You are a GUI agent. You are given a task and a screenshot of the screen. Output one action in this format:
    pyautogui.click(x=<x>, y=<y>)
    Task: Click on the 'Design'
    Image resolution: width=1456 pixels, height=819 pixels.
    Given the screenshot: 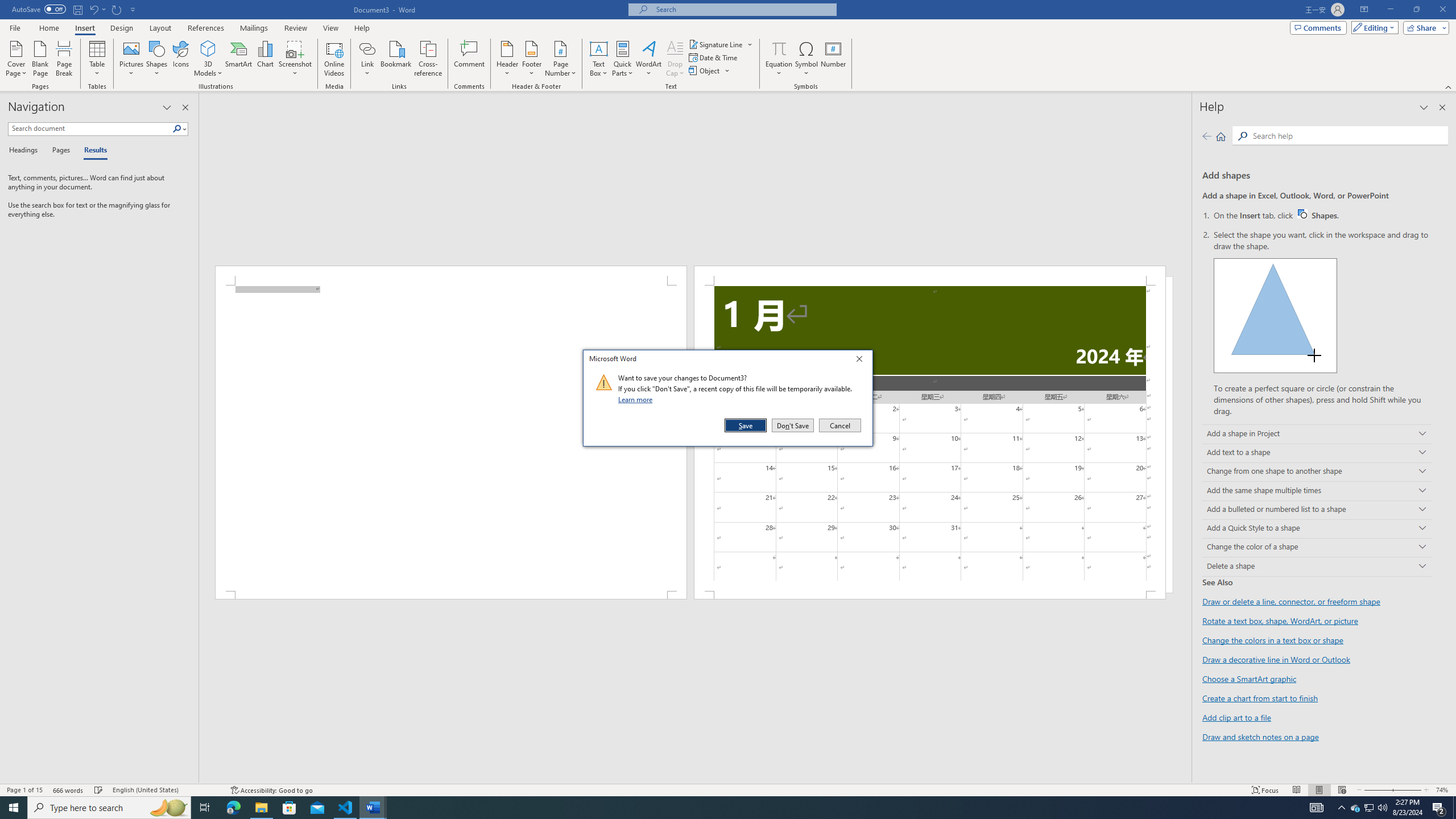 What is the action you would take?
    pyautogui.click(x=122, y=28)
    